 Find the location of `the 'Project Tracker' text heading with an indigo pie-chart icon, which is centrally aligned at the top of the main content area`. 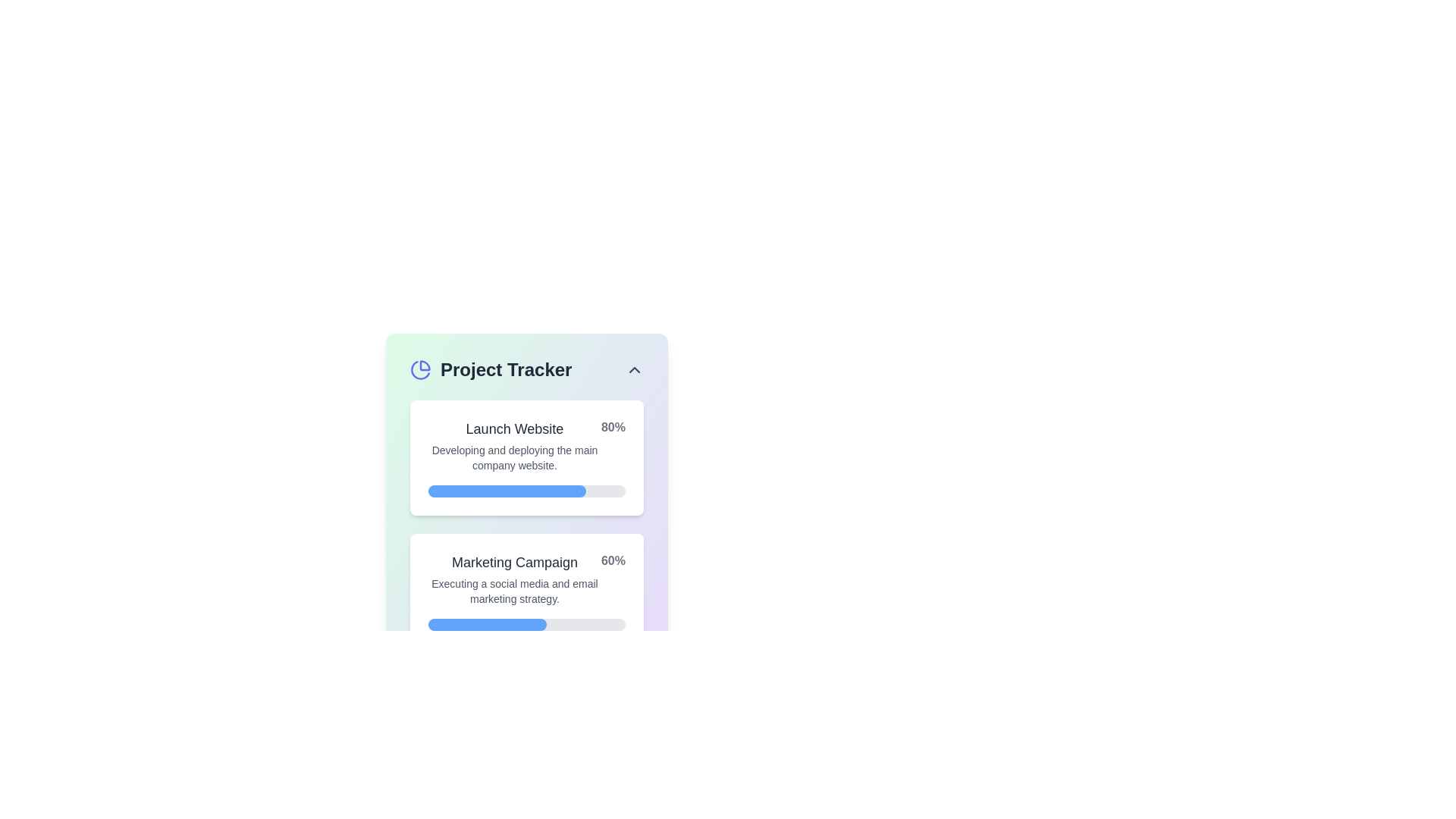

the 'Project Tracker' text heading with an indigo pie-chart icon, which is centrally aligned at the top of the main content area is located at coordinates (491, 370).